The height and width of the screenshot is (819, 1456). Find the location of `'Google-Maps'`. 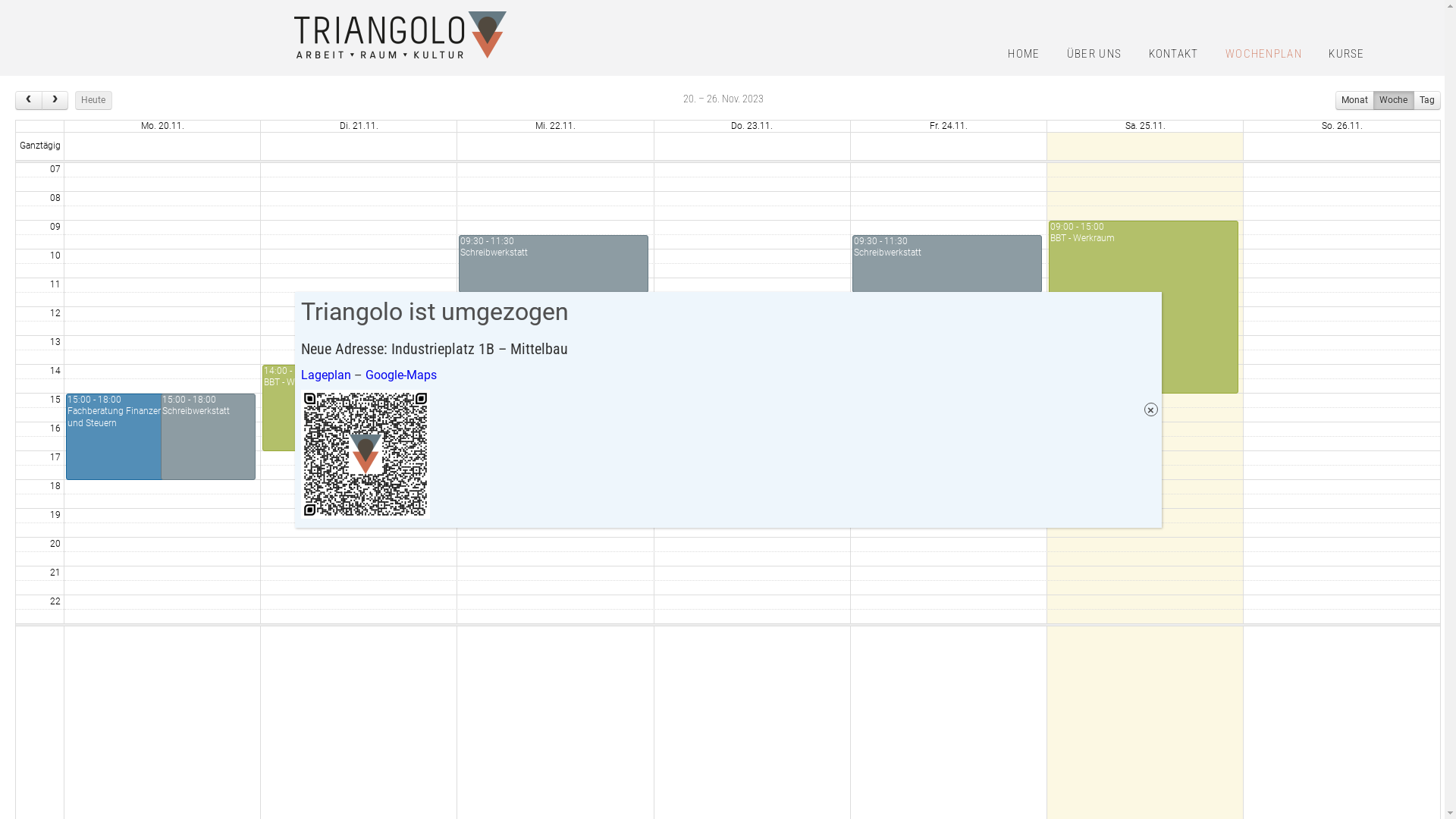

'Google-Maps' is located at coordinates (400, 374).